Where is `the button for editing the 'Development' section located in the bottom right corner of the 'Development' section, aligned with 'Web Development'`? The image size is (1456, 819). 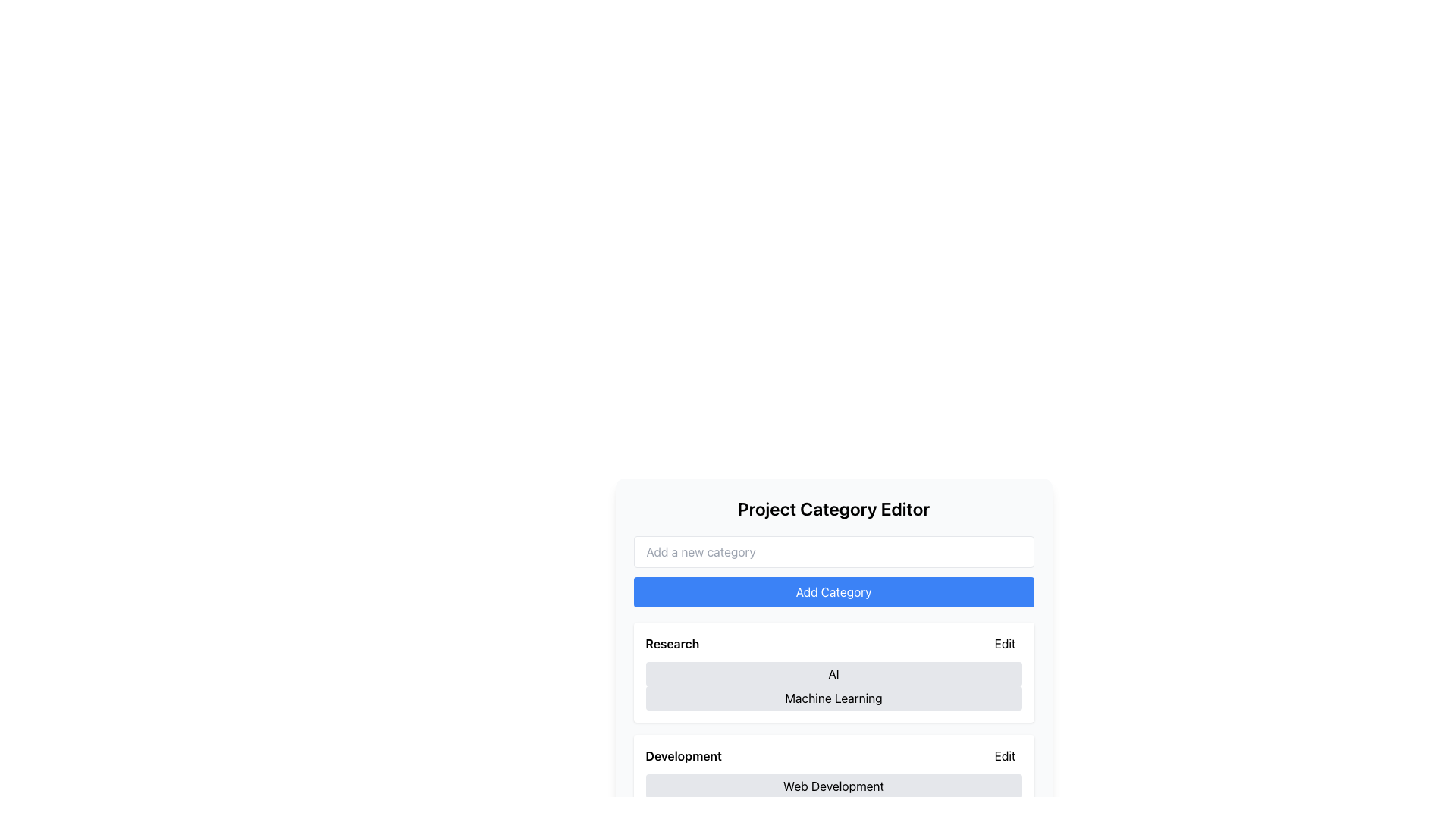 the button for editing the 'Development' section located in the bottom right corner of the 'Development' section, aligned with 'Web Development' is located at coordinates (1005, 755).